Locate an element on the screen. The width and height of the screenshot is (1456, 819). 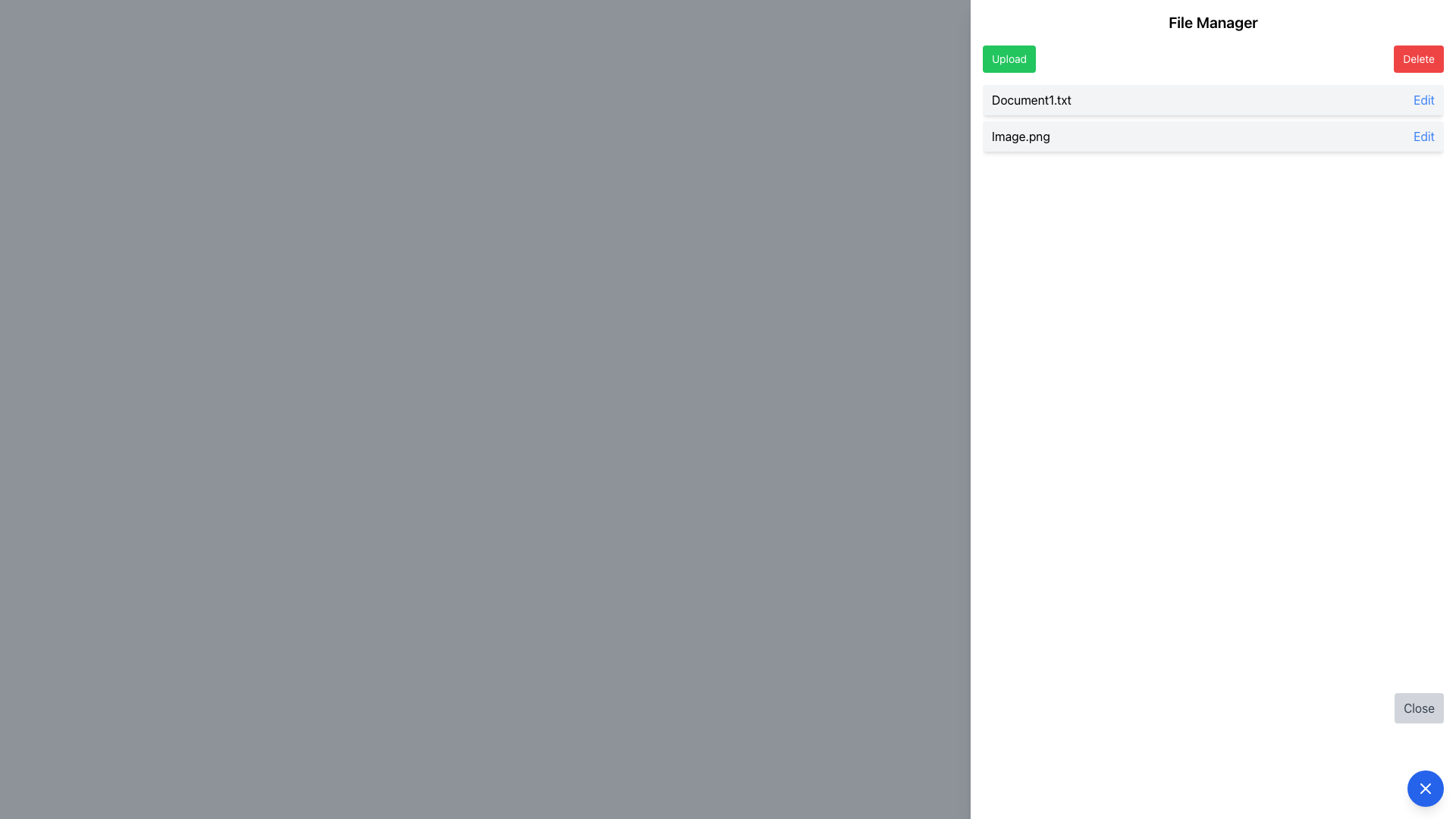
the hyperlink labeled 'Document1.txt' to underline it is located at coordinates (1423, 99).